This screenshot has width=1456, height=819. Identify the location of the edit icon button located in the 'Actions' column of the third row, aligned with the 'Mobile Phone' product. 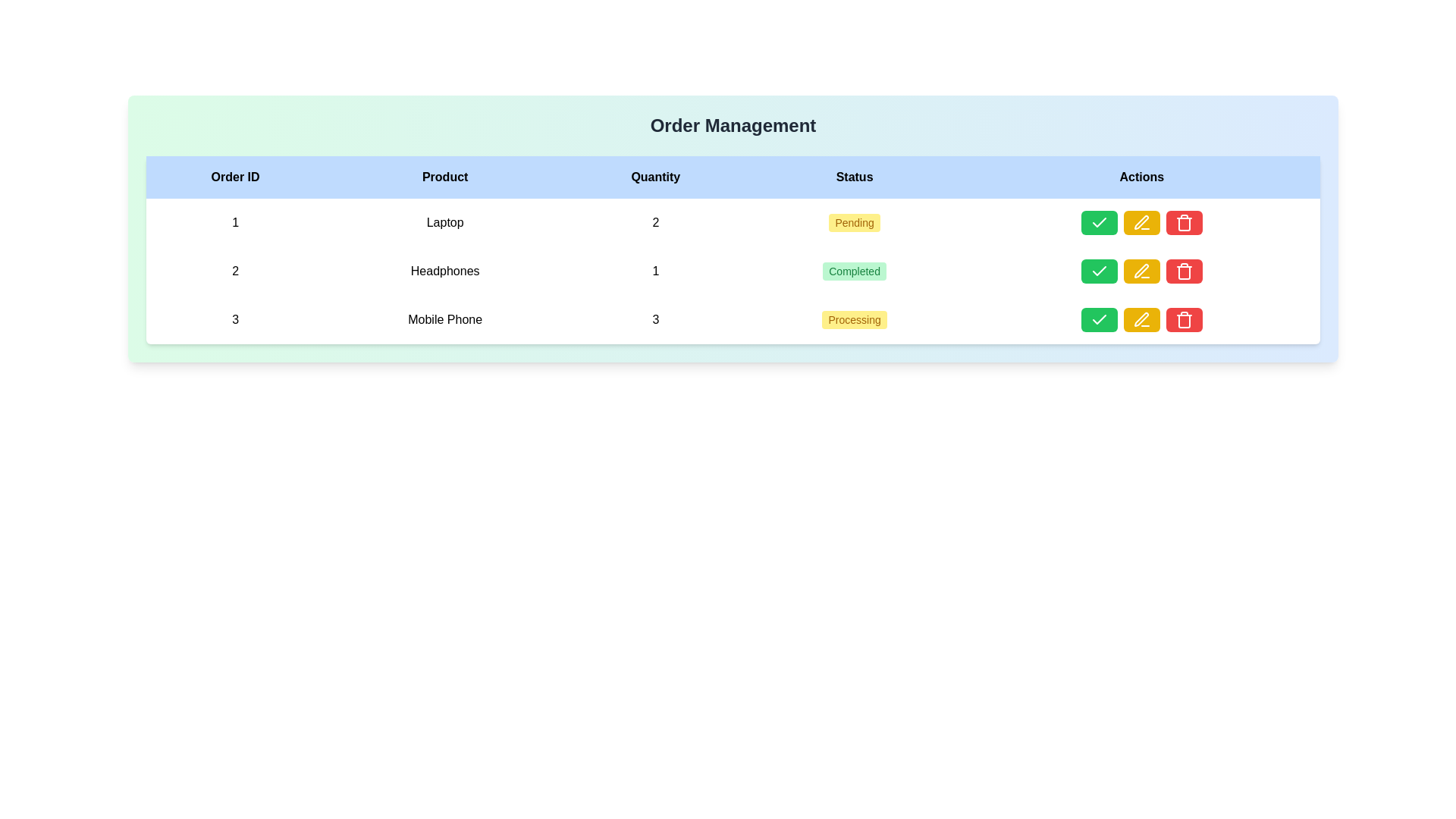
(1141, 318).